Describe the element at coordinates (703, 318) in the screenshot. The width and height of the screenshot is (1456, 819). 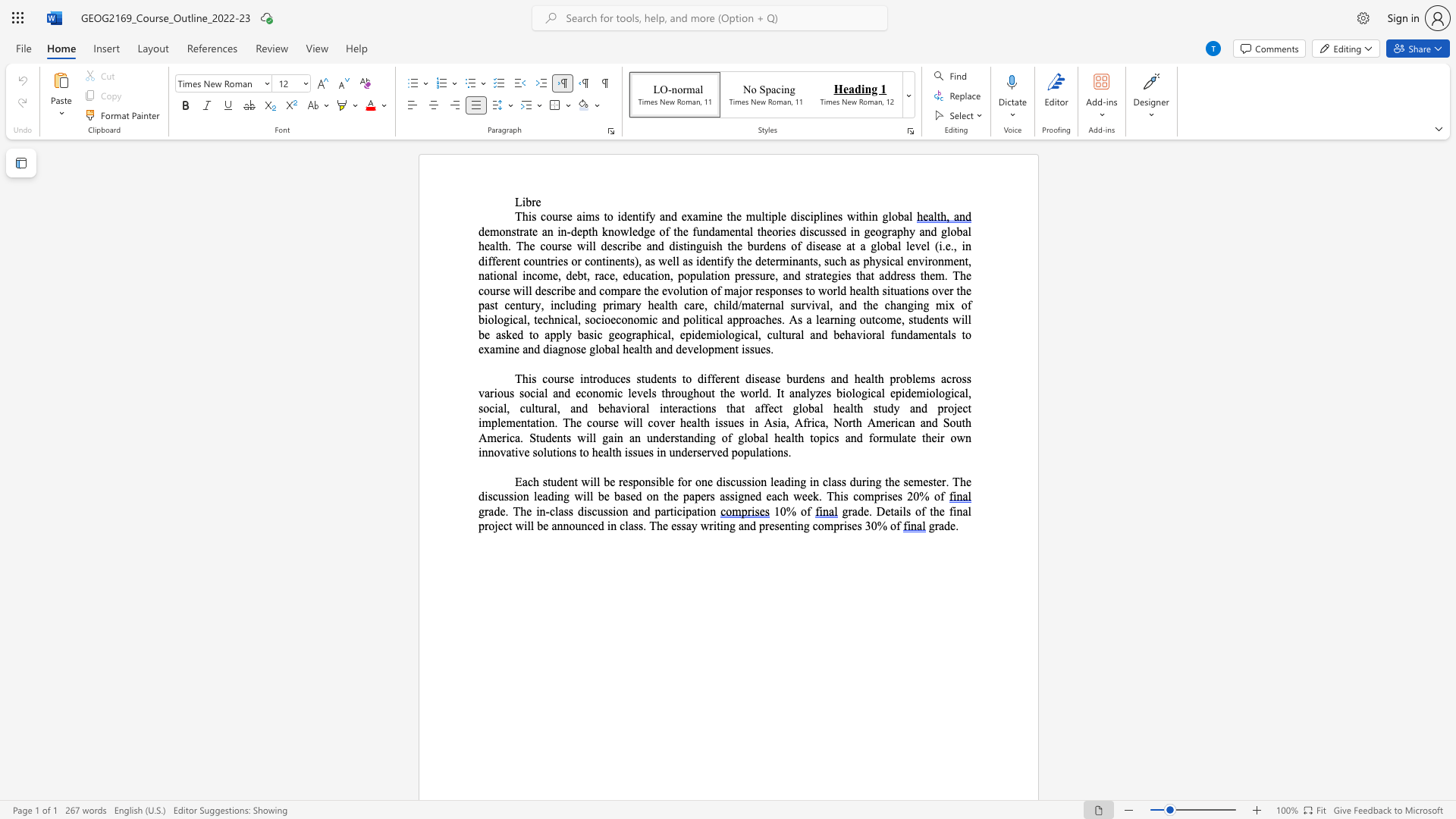
I see `the 1th character "t" in the text` at that location.